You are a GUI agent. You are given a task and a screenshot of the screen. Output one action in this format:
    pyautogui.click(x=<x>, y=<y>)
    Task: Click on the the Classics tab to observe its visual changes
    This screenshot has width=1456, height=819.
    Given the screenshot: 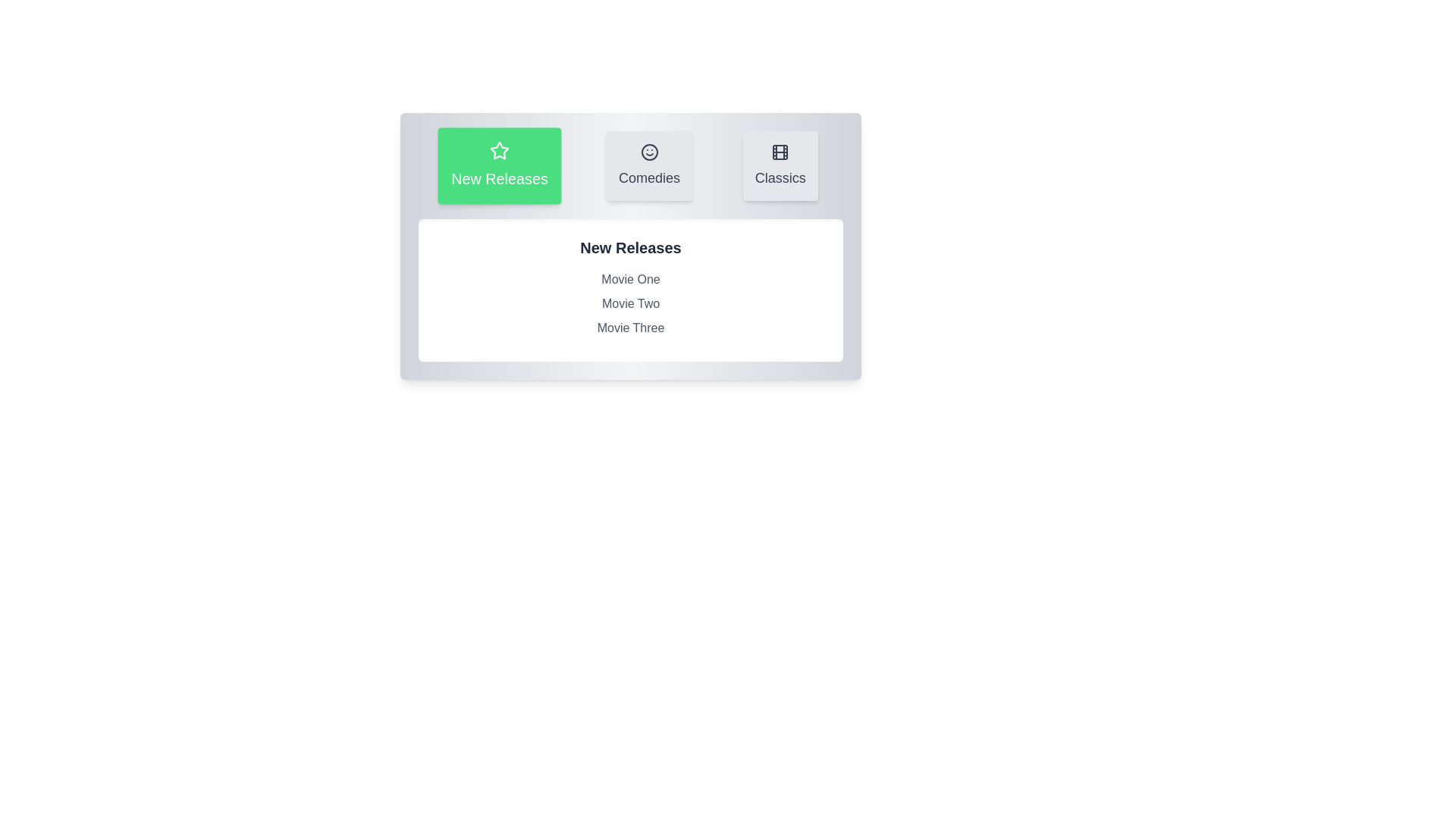 What is the action you would take?
    pyautogui.click(x=780, y=166)
    